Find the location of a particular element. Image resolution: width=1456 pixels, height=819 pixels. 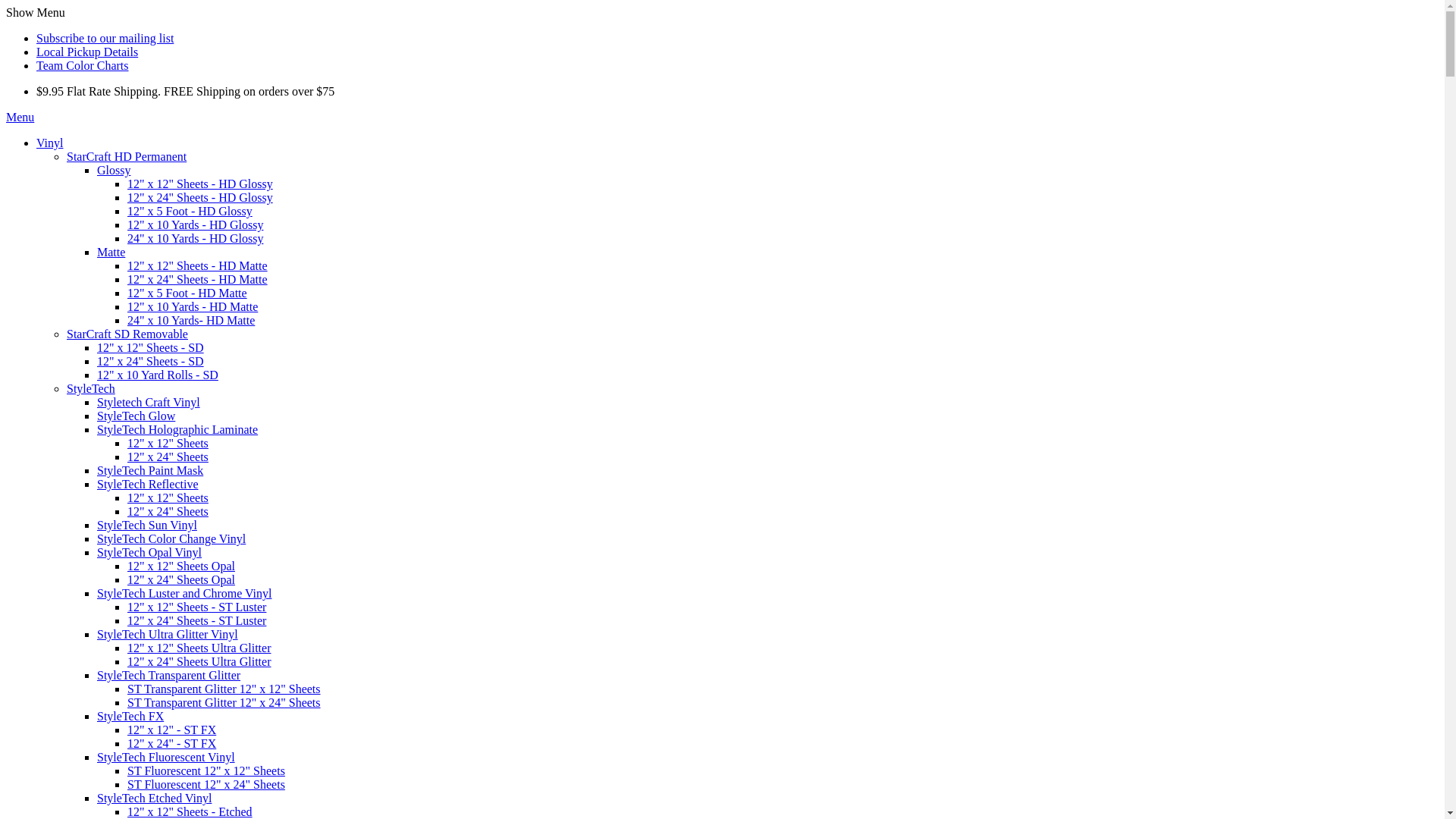

'12" x 24" Sheets - ST Luster' is located at coordinates (127, 620).